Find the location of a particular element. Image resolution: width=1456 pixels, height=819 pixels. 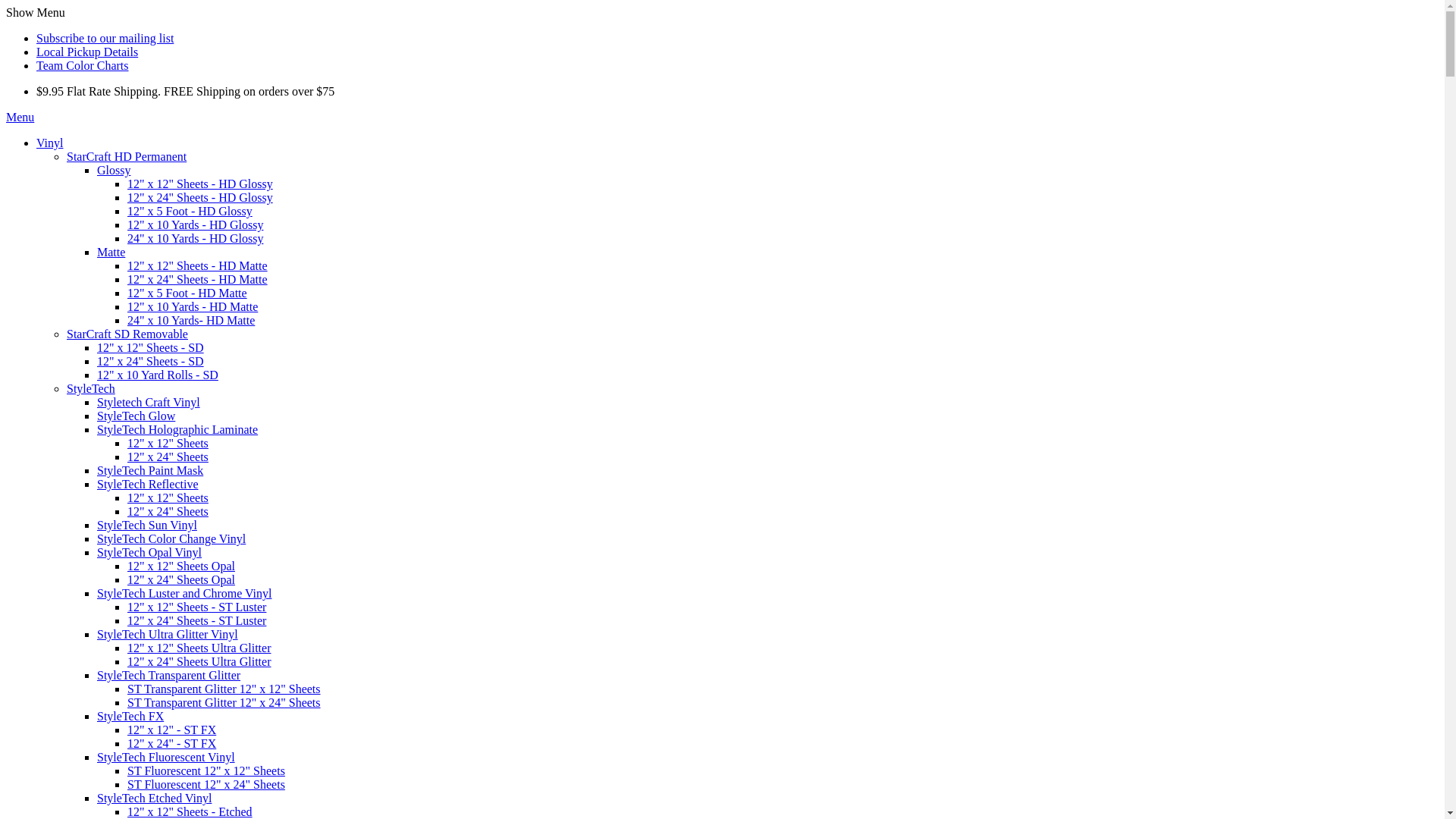

'12" x 24" Sheets - ST Luster' is located at coordinates (127, 620).